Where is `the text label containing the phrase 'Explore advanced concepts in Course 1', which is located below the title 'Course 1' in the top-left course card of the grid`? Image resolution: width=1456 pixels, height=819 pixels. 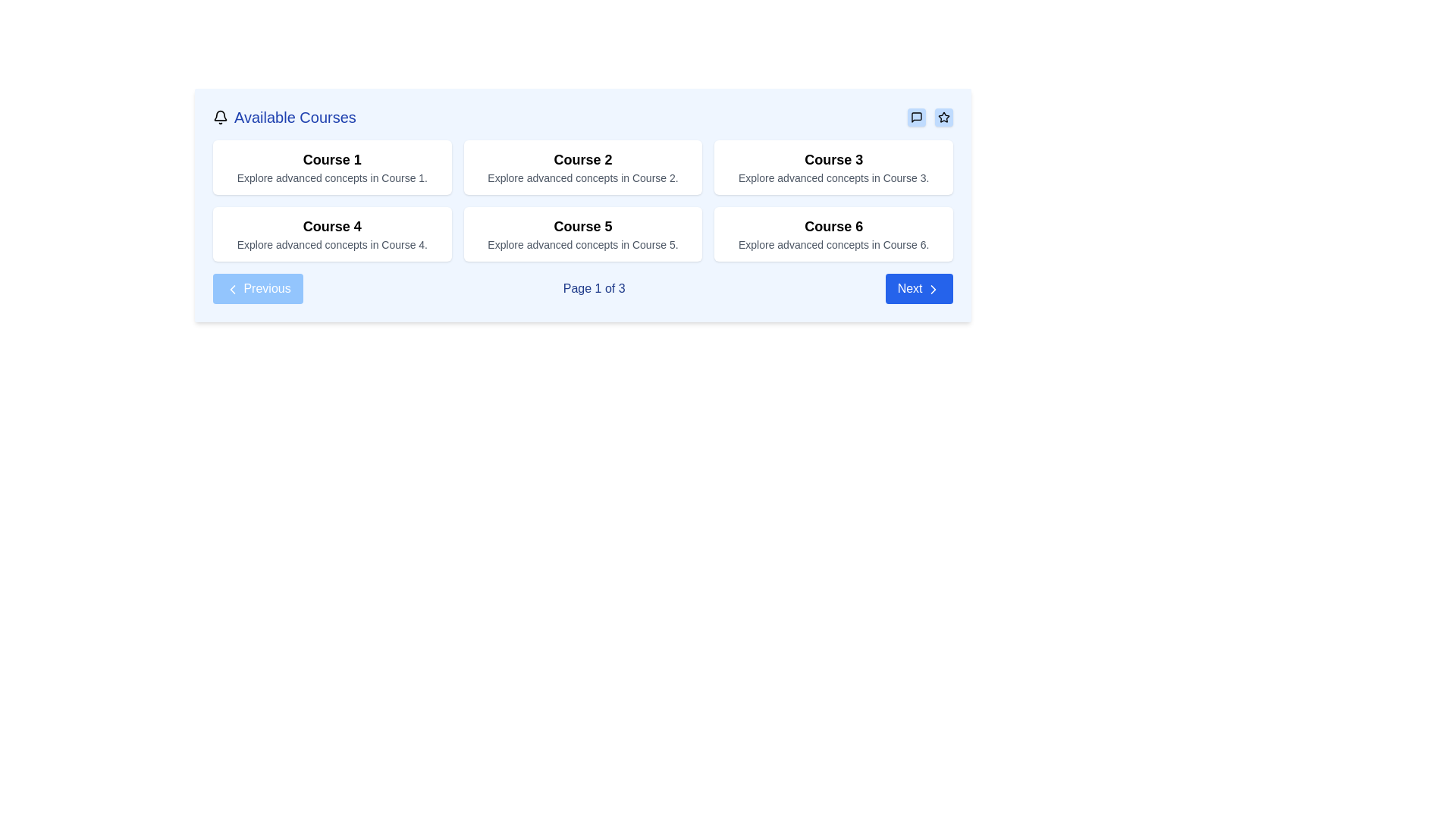
the text label containing the phrase 'Explore advanced concepts in Course 1', which is located below the title 'Course 1' in the top-left course card of the grid is located at coordinates (331, 177).